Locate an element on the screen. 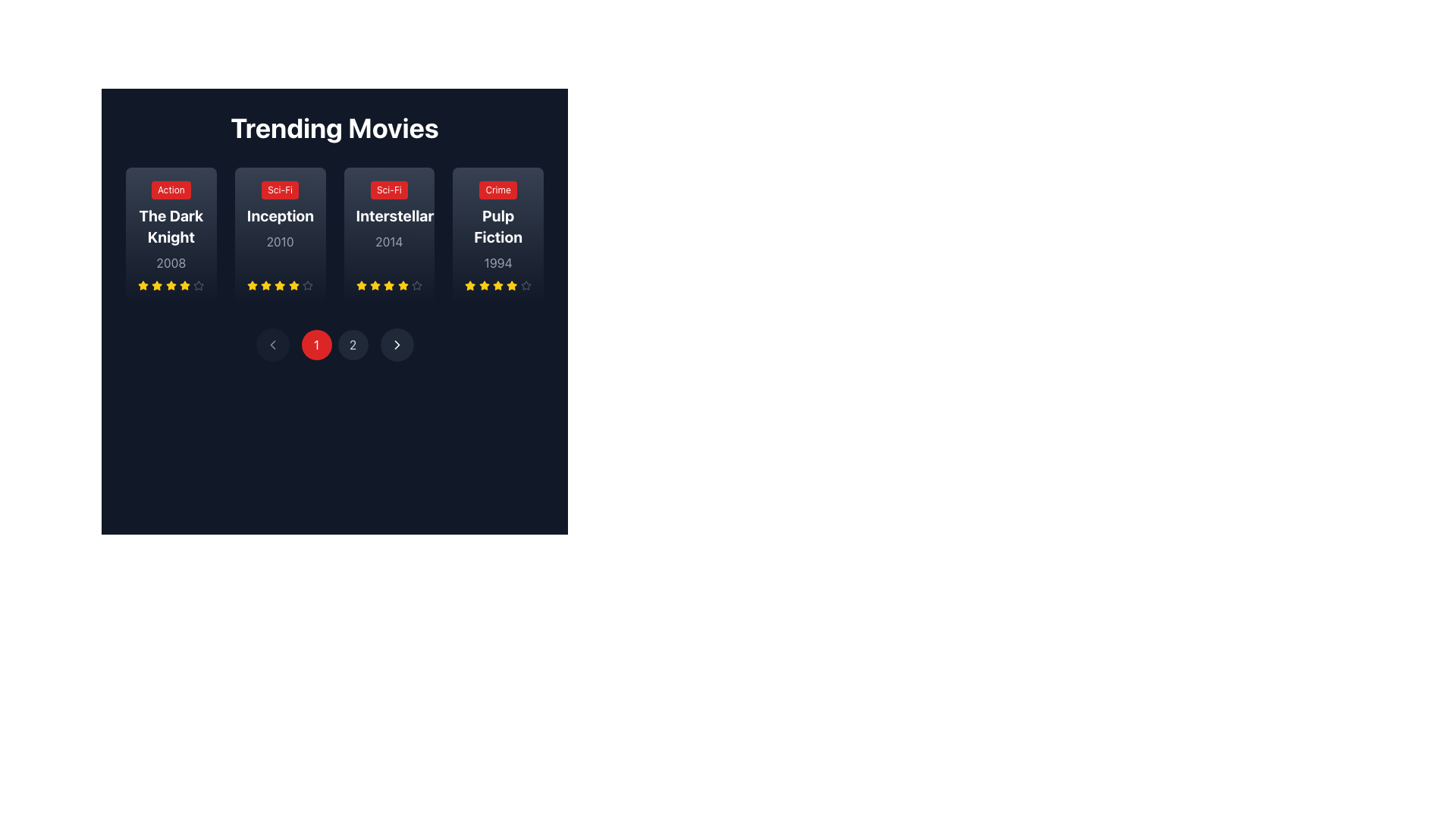  the fifth yellow star icon in the movie rating display for 'Inception.' is located at coordinates (294, 285).